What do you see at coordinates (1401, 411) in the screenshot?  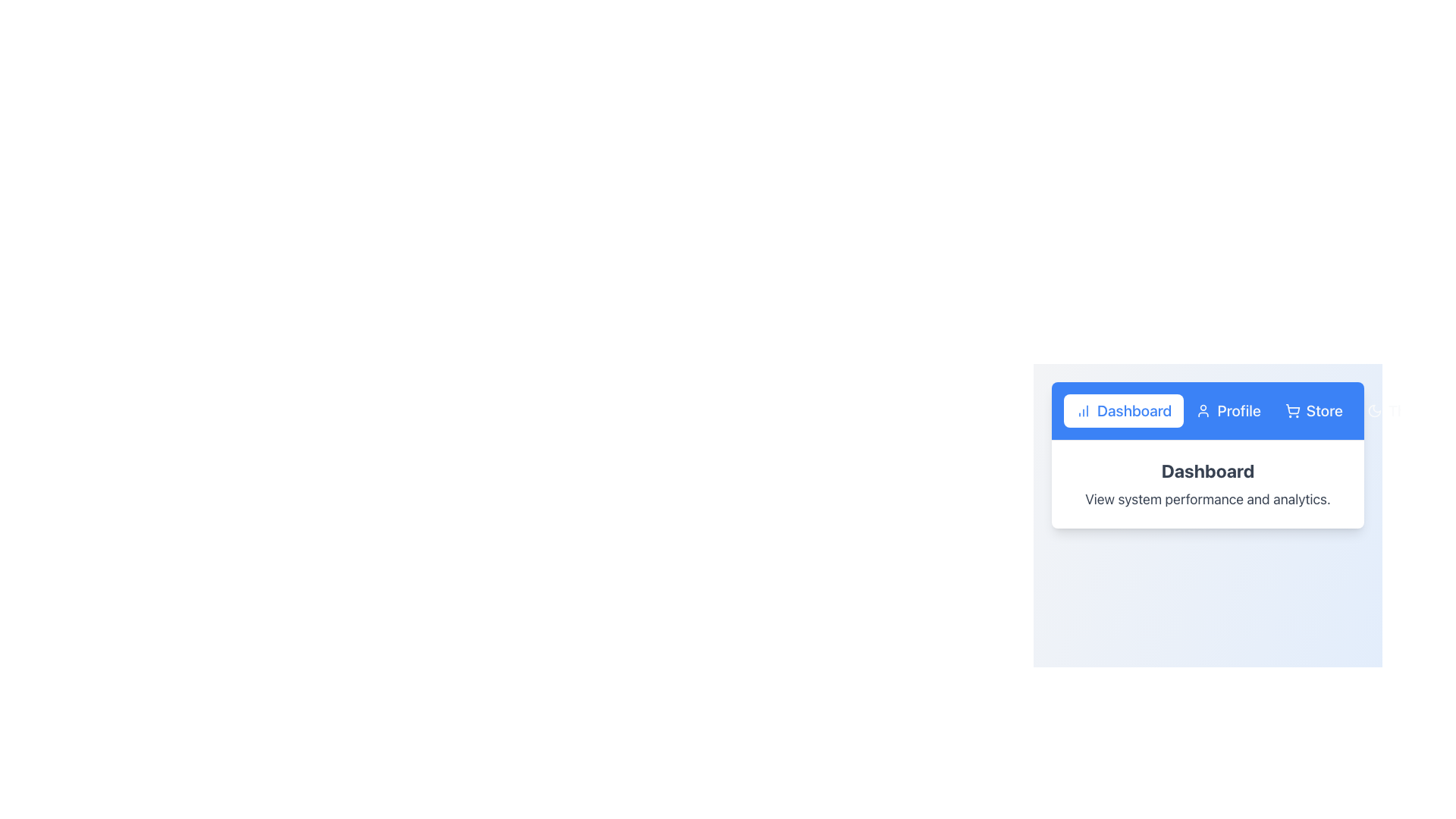 I see `the theme toggle button located at the far right of the navigation bar, adjacent to the 'Store' option, to change its style` at bounding box center [1401, 411].